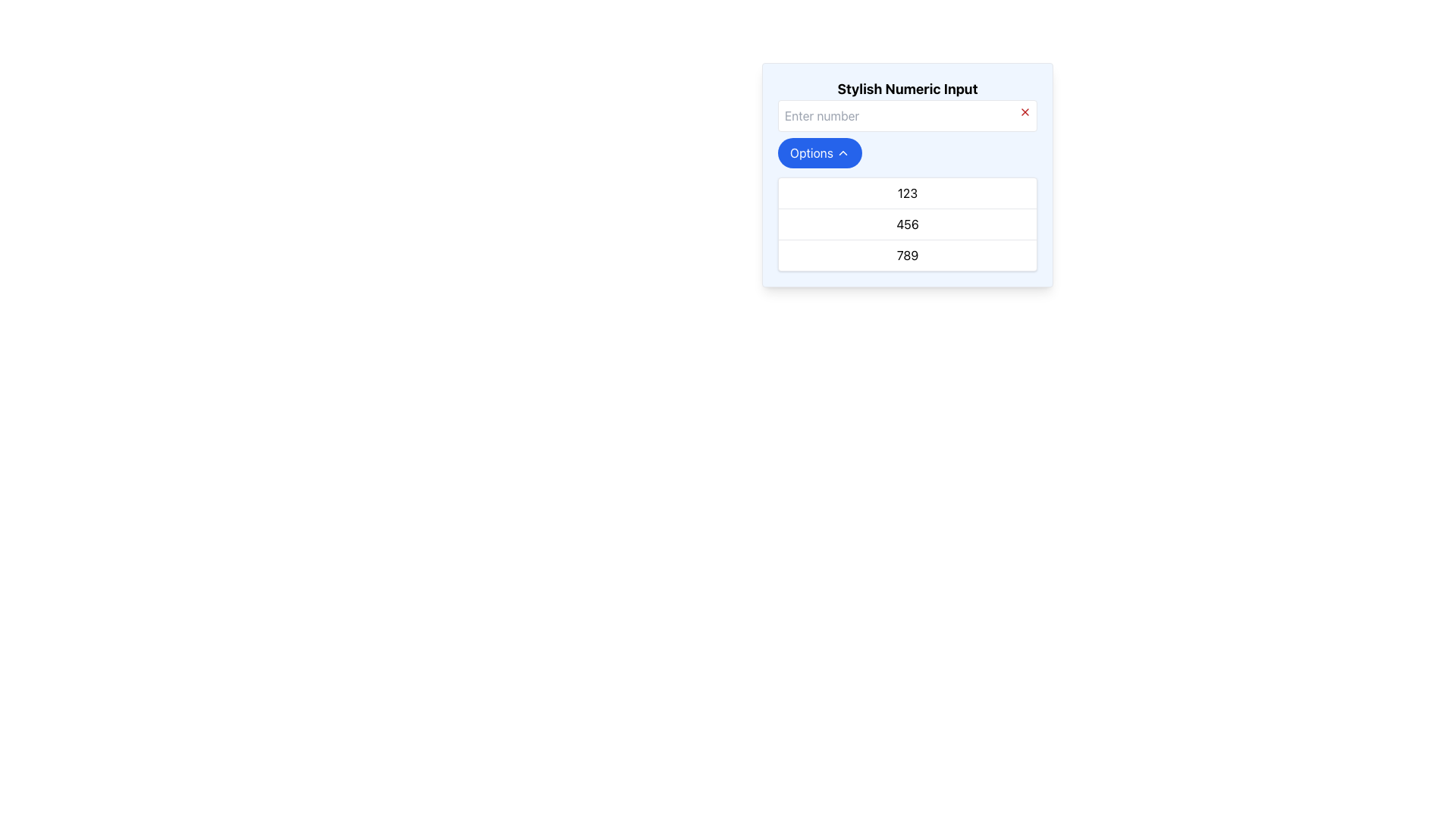 The width and height of the screenshot is (1456, 819). Describe the element at coordinates (819, 152) in the screenshot. I see `the blue button labeled 'Options'` at that location.